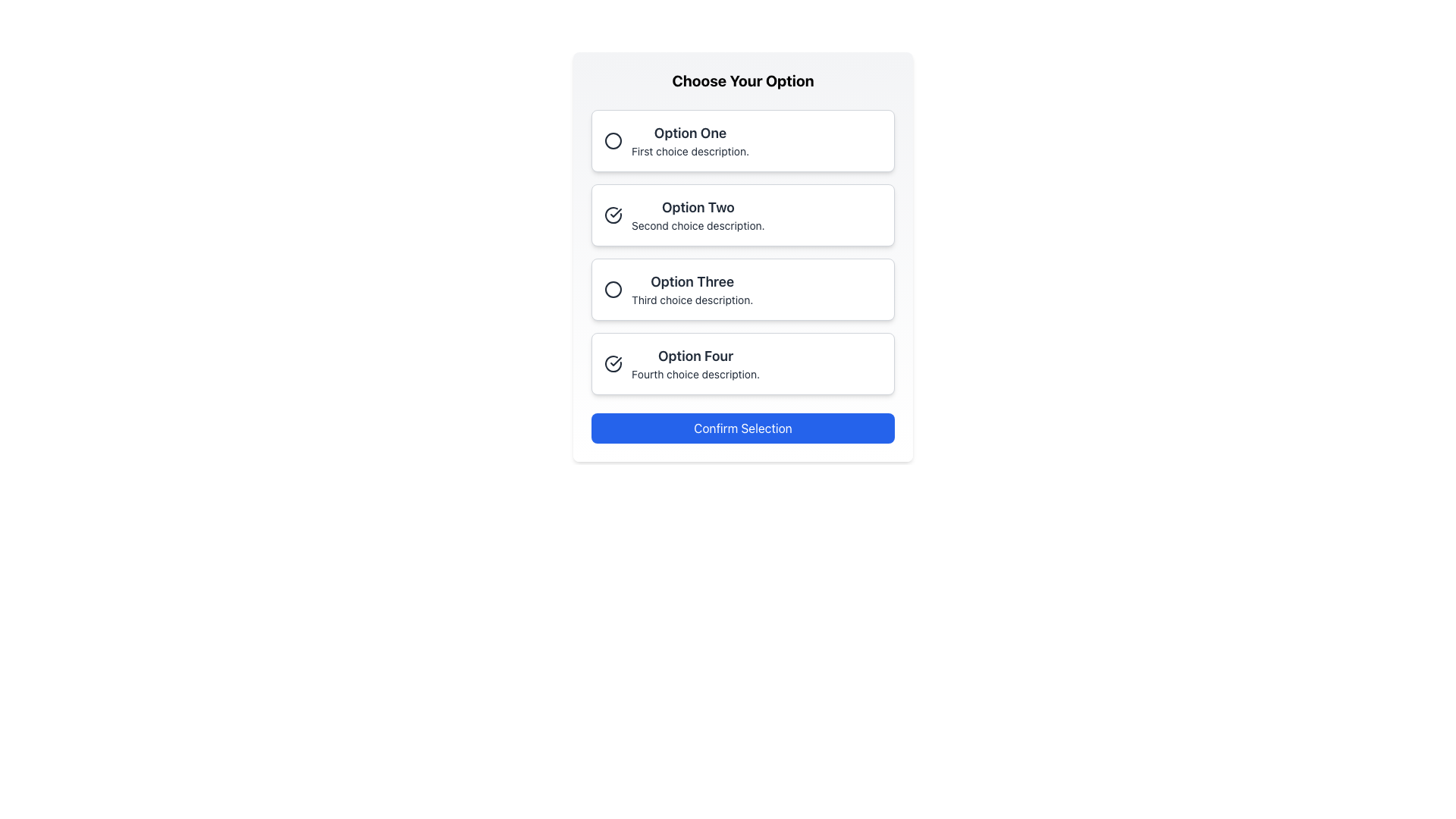 The width and height of the screenshot is (1456, 819). What do you see at coordinates (692, 281) in the screenshot?
I see `the title label of the third selectable option in the vertical list, which distinguishes it from other options` at bounding box center [692, 281].